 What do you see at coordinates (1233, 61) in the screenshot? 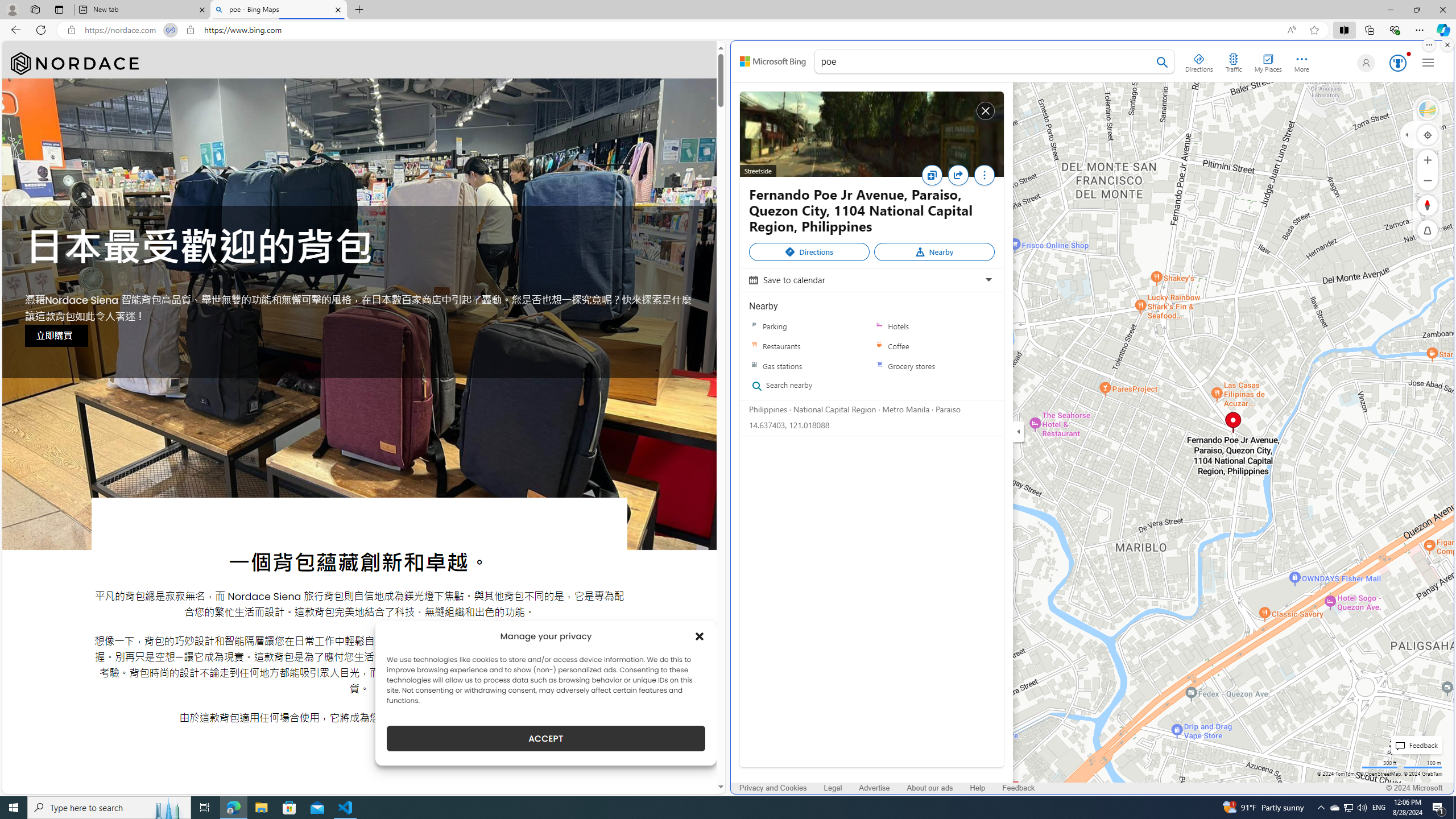
I see `'Traffic'` at bounding box center [1233, 61].